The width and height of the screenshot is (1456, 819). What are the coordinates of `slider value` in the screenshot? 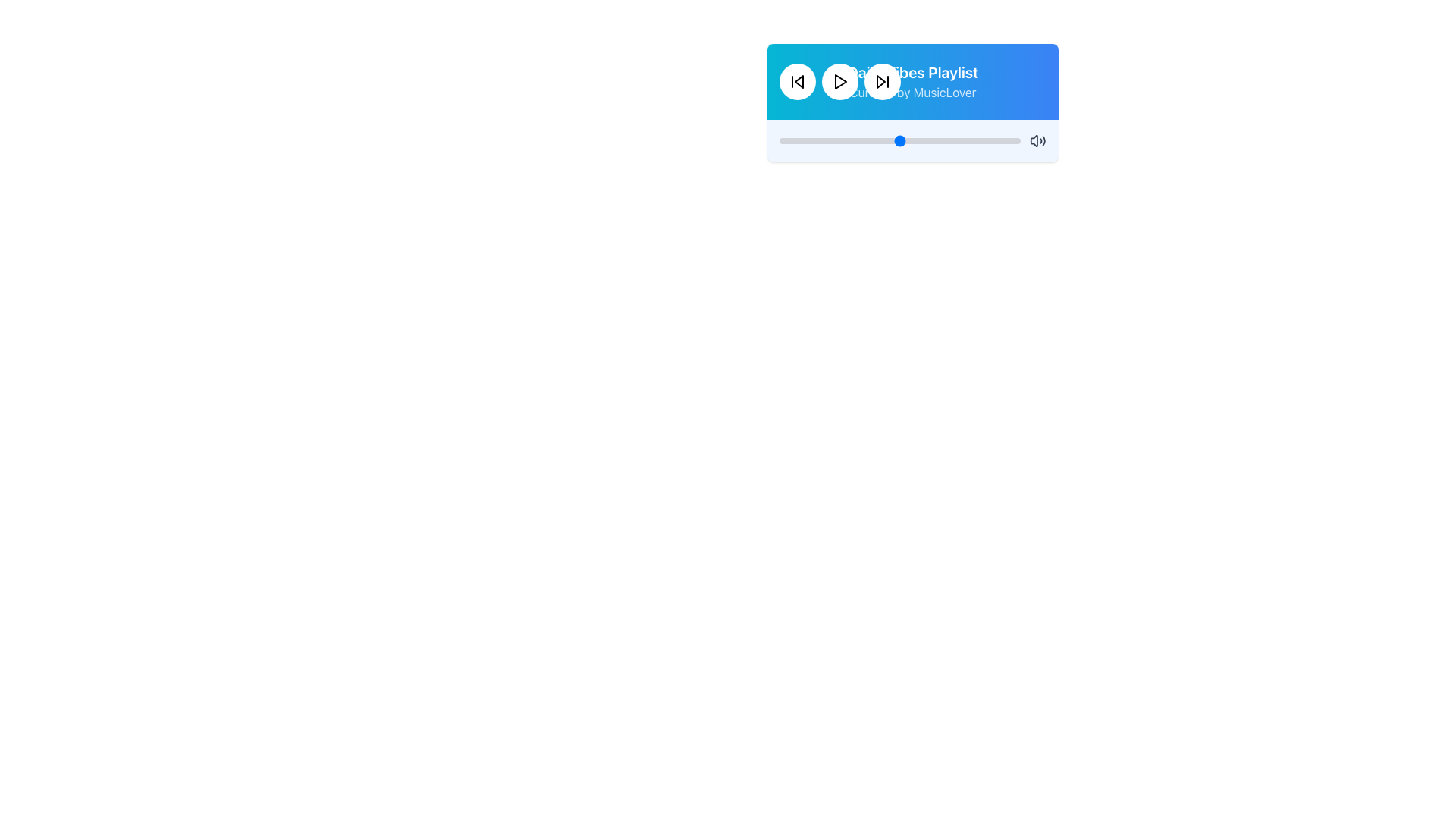 It's located at (829, 140).